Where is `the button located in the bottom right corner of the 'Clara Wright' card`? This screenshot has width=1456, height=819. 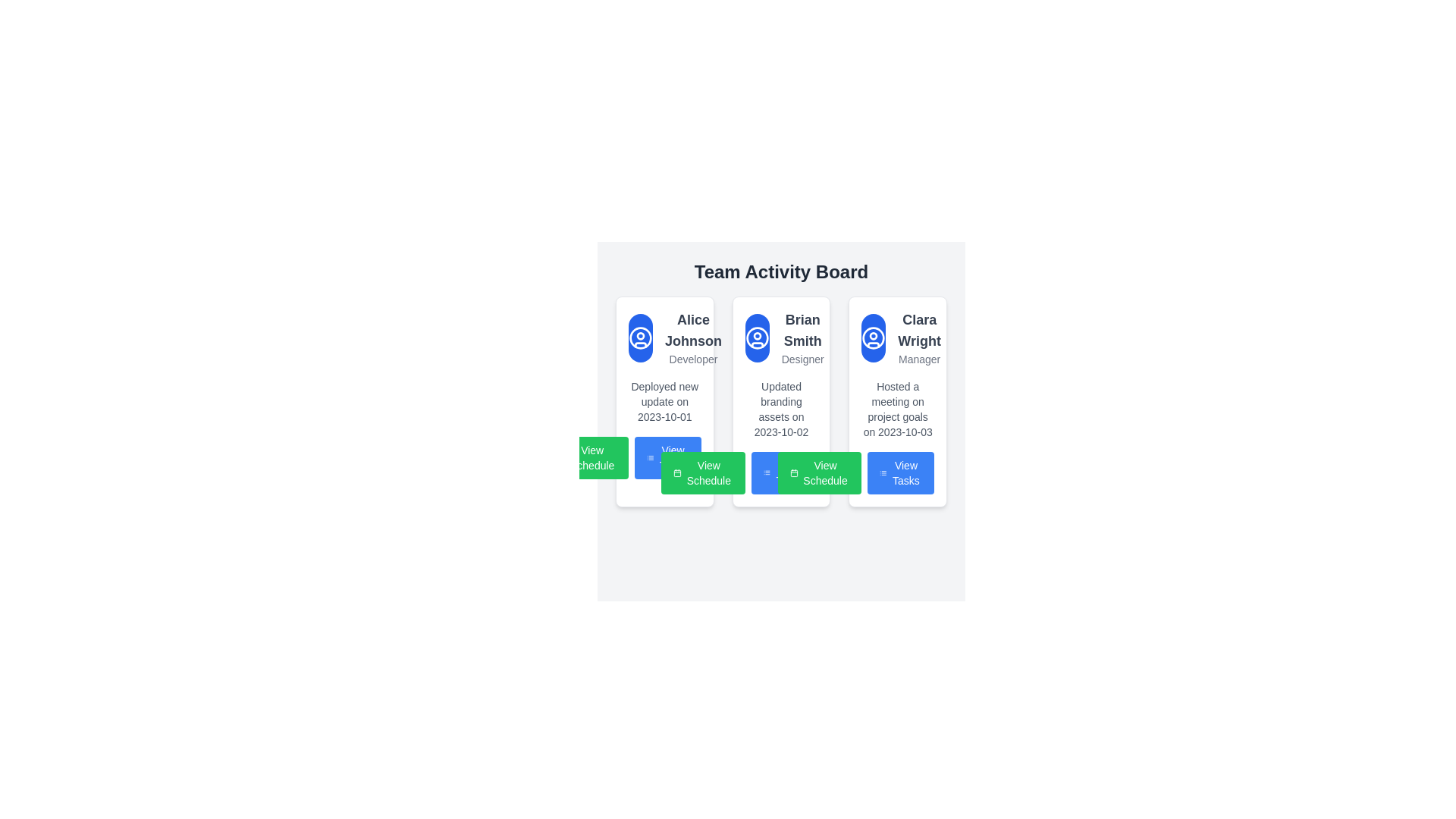 the button located in the bottom right corner of the 'Clara Wright' card is located at coordinates (898, 472).